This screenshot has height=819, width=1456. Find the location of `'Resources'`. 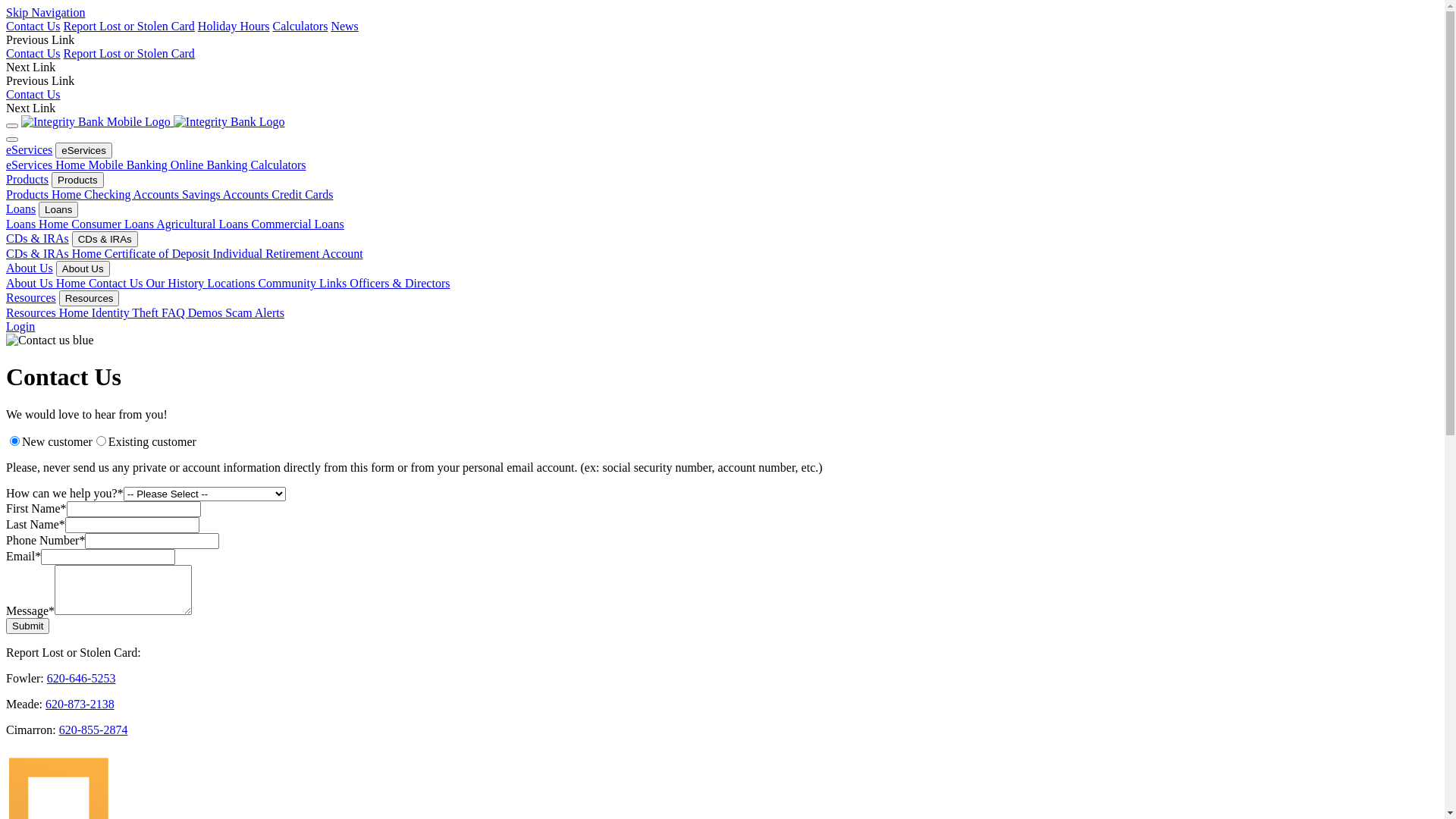

'Resources' is located at coordinates (31, 297).